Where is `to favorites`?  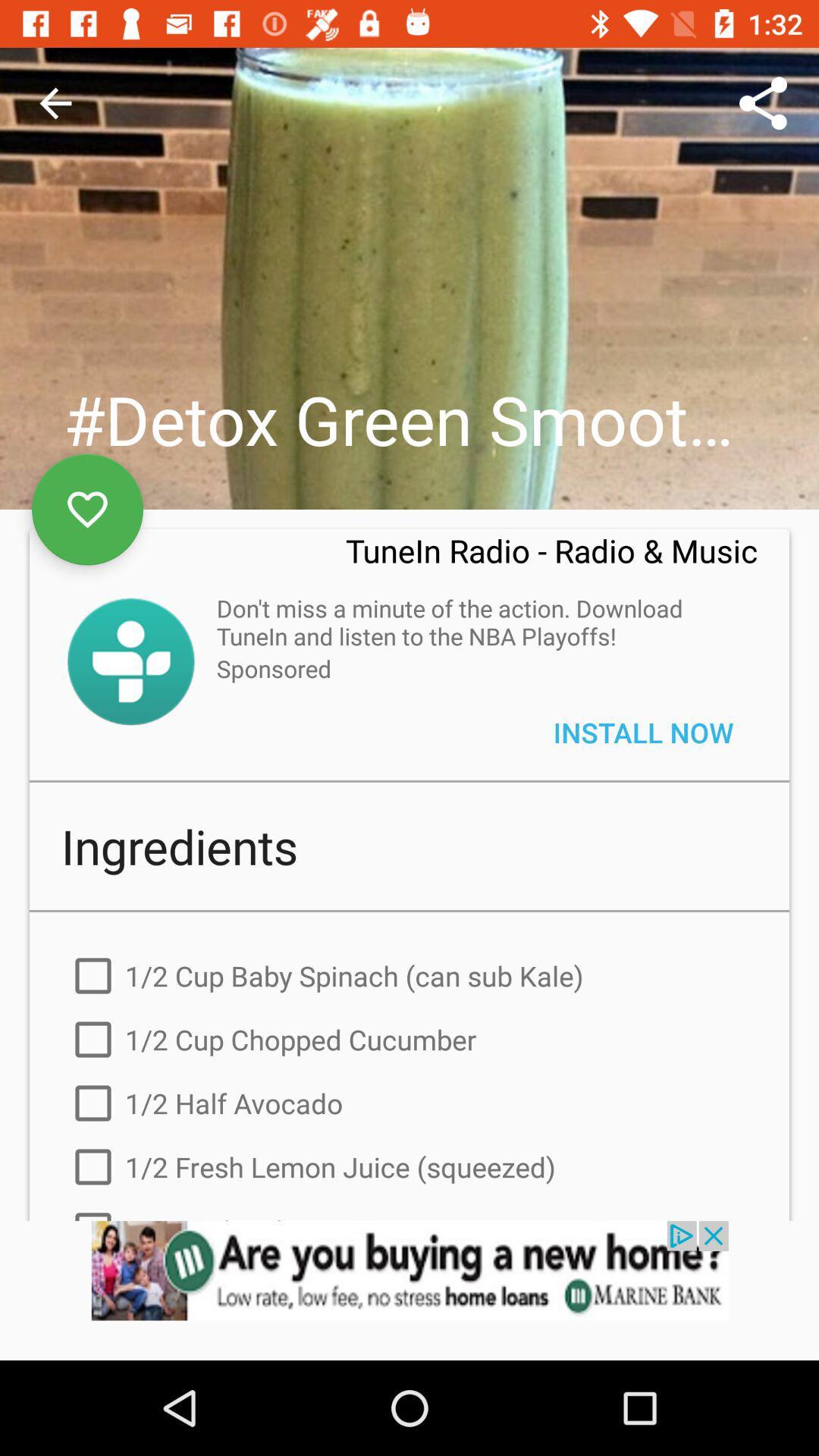
to favorites is located at coordinates (87, 510).